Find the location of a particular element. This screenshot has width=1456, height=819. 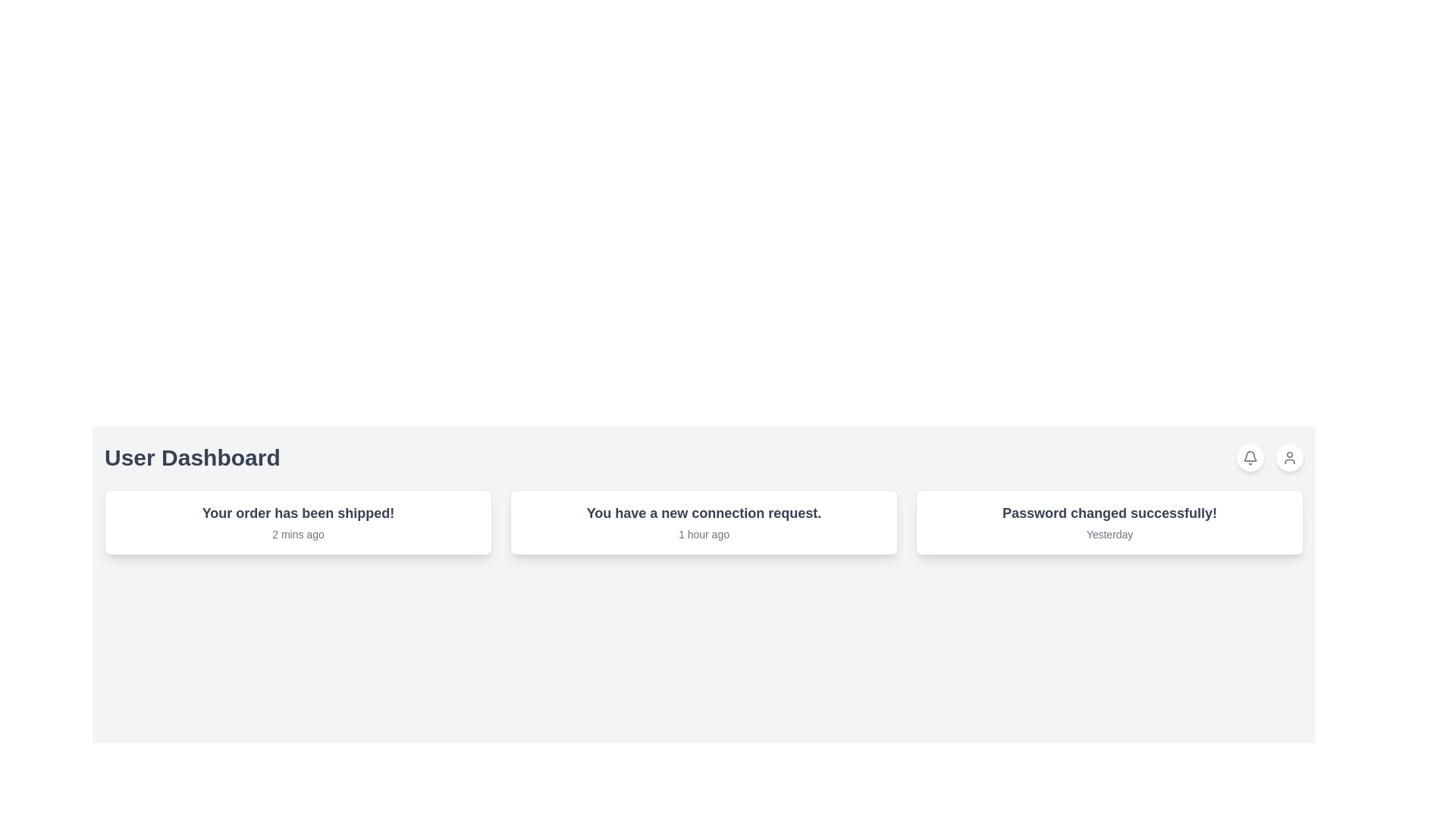

the user silhouette icon located at the top-right corner of the interface, which is the rightmost icon in a group of icons is located at coordinates (1288, 457).